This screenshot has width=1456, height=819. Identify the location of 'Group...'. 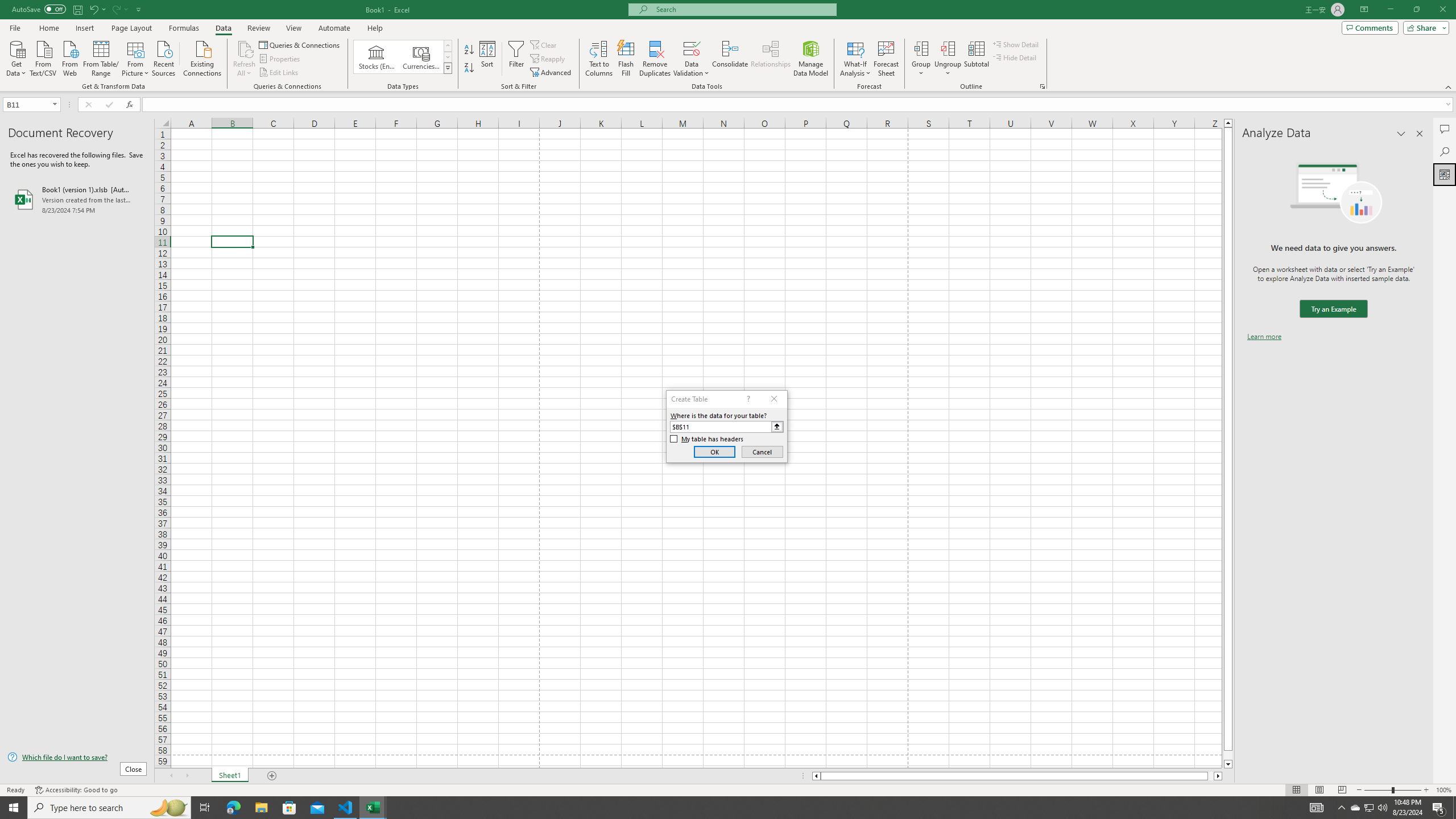
(921, 59).